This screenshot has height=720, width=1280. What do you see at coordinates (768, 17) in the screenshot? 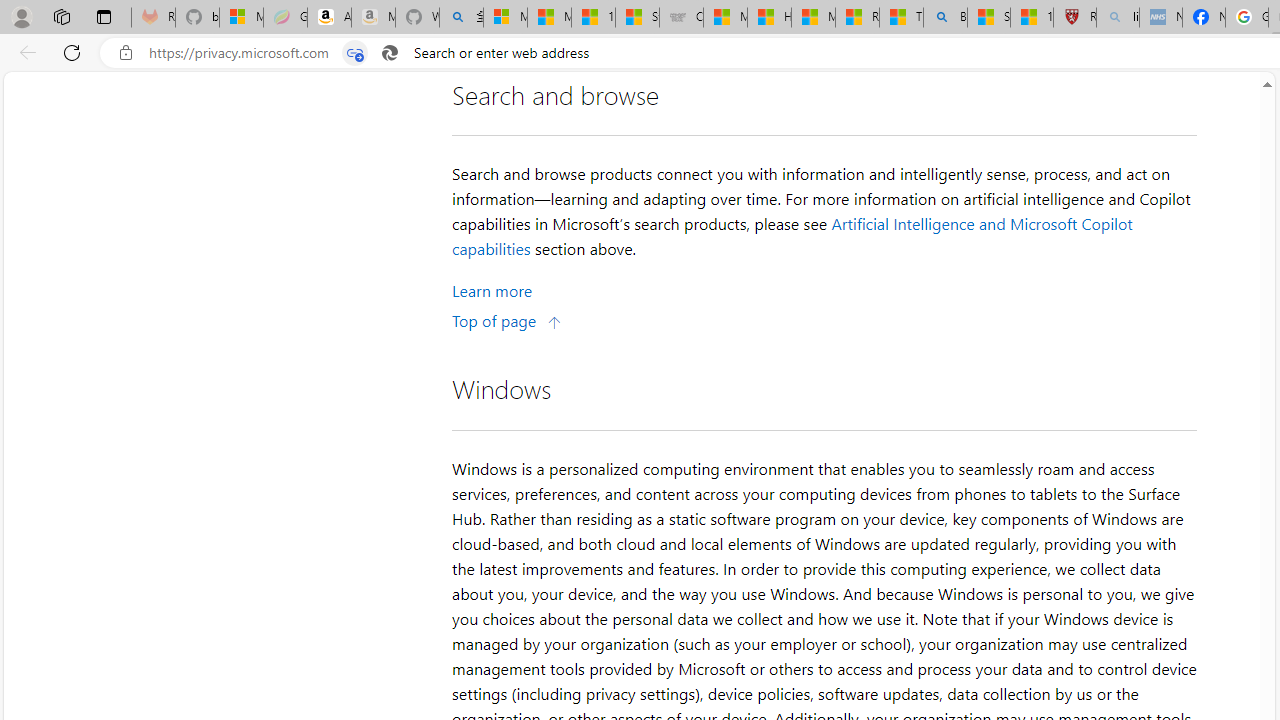
I see `'How I Got Rid of Microsoft Edge'` at bounding box center [768, 17].